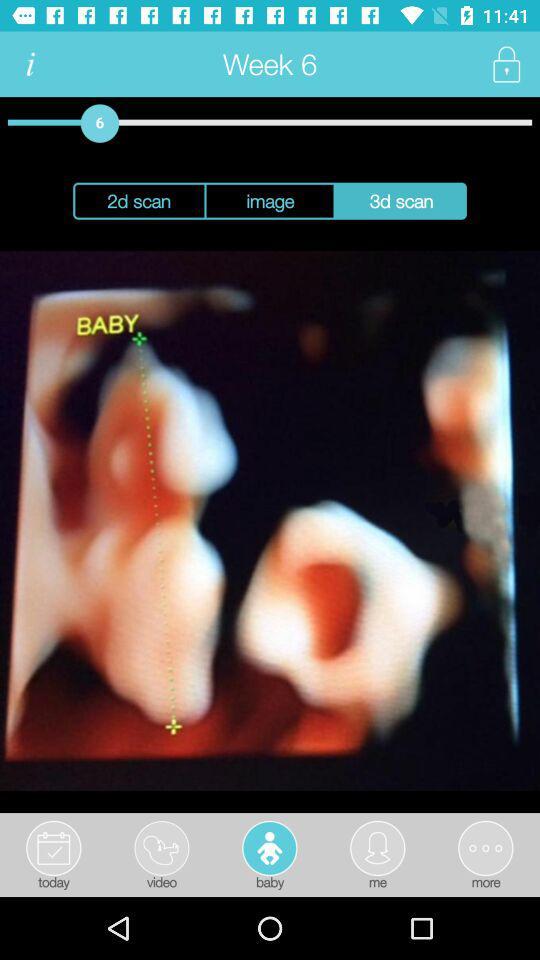  I want to click on information, so click(29, 64).